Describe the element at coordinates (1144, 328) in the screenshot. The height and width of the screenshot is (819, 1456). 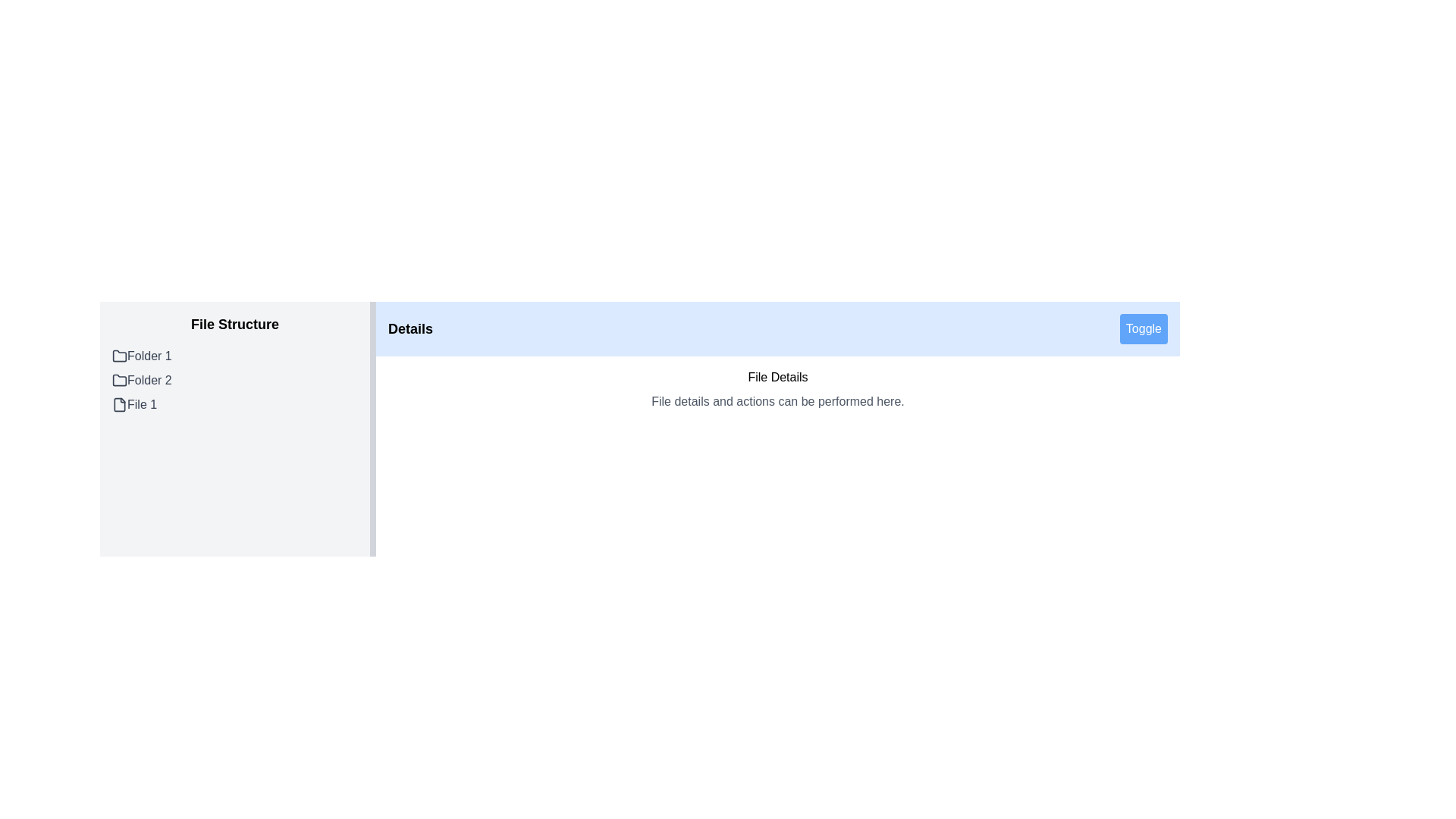
I see `the 'Toggle' button with a blue background and white text located on the far right of the 'Details' bar` at that location.